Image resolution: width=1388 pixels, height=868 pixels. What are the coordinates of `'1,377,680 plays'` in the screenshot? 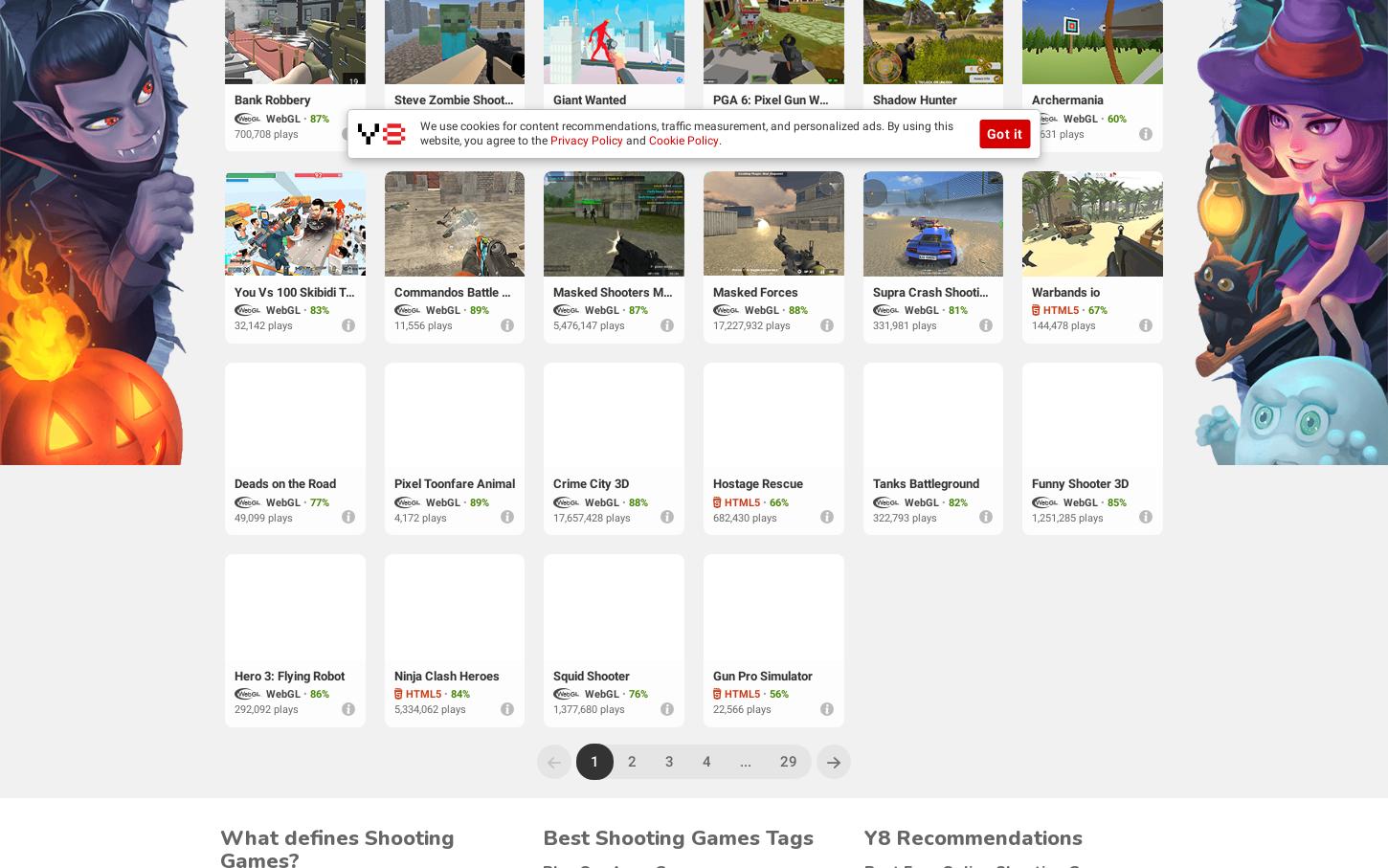 It's located at (588, 709).